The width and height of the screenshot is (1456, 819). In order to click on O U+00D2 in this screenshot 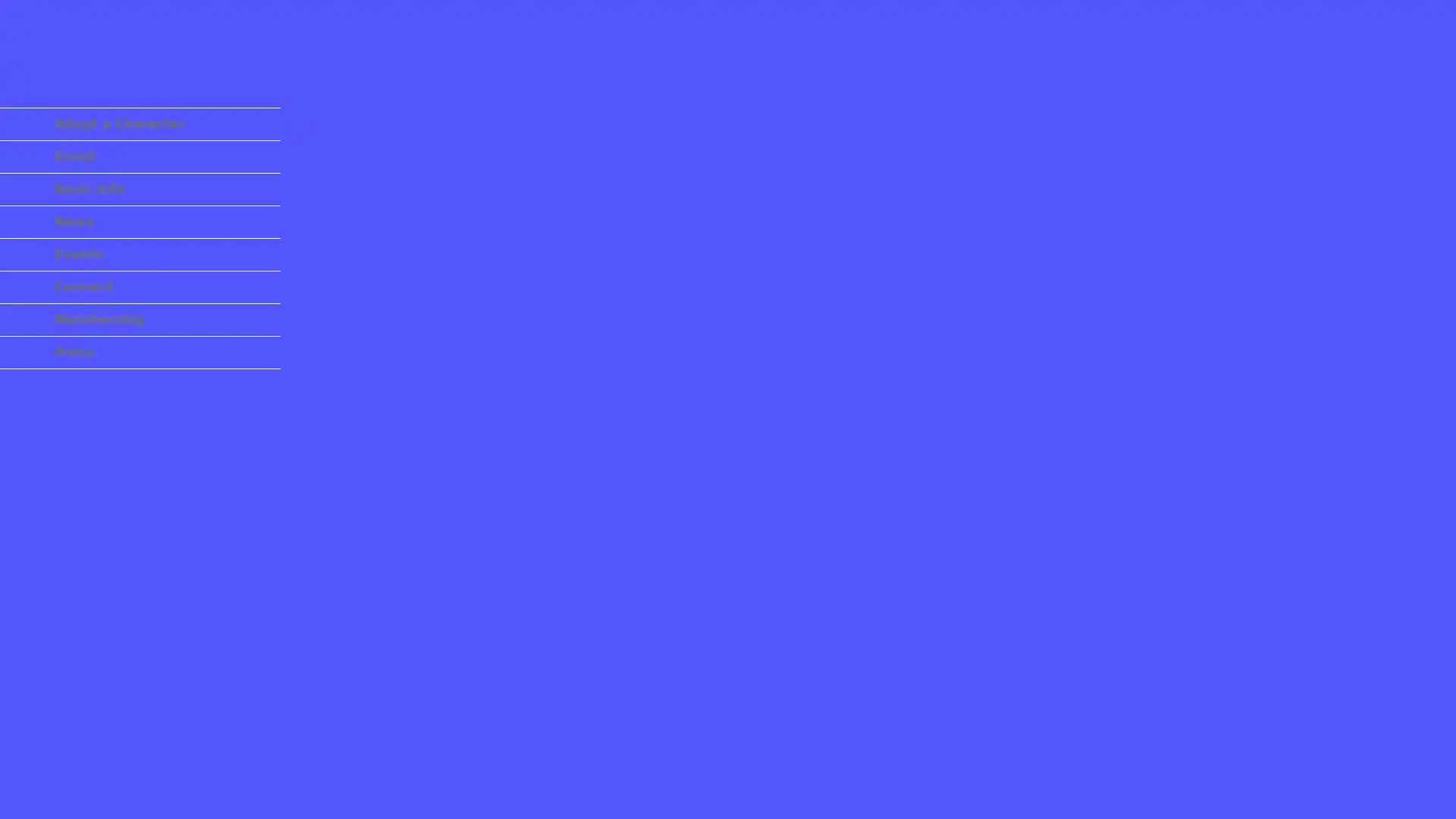, I will do `click(333, 292)`.